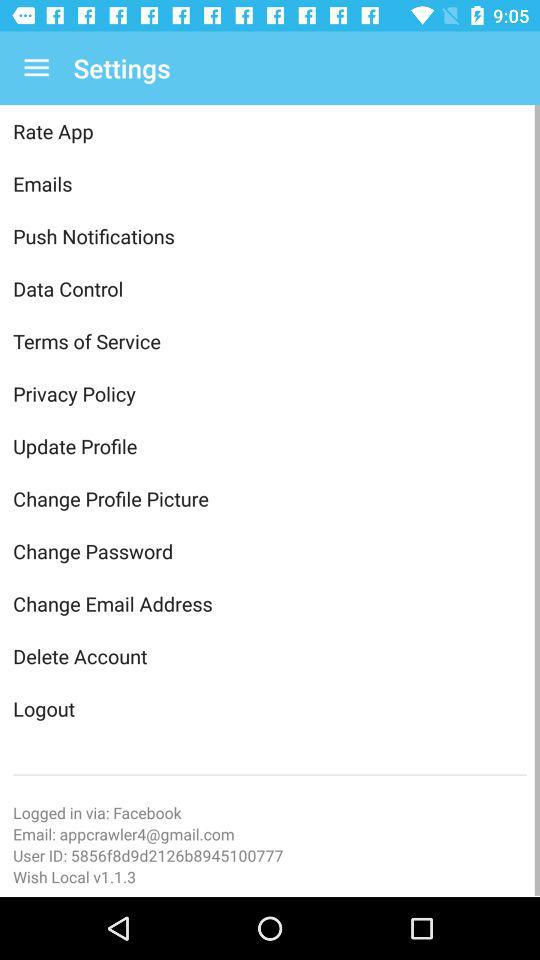  I want to click on item below the terms of service icon, so click(270, 392).